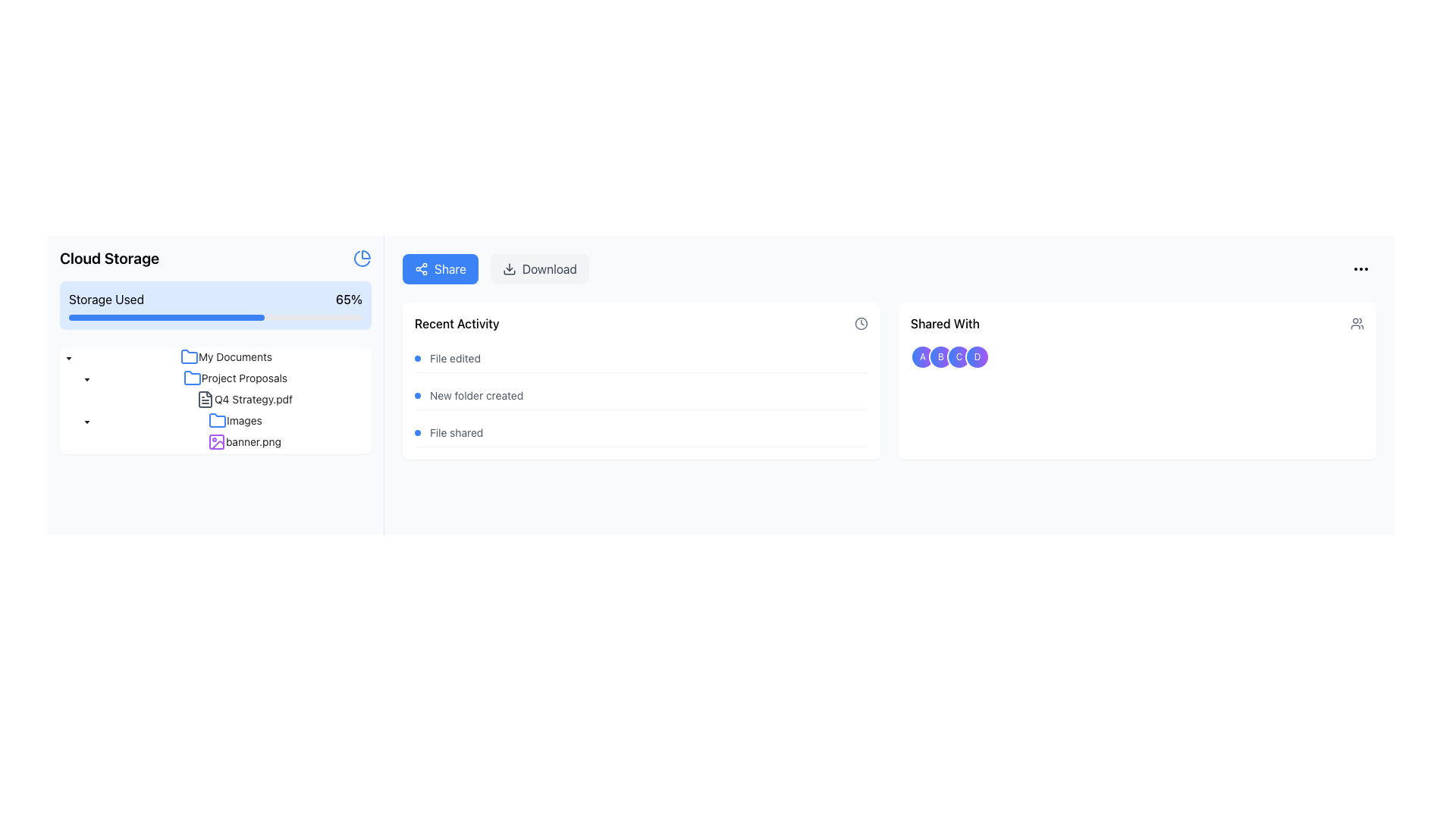 This screenshot has width=1456, height=819. I want to click on the 'My Documents' folder item in the collapsible hierarchical navigation component, so click(215, 356).